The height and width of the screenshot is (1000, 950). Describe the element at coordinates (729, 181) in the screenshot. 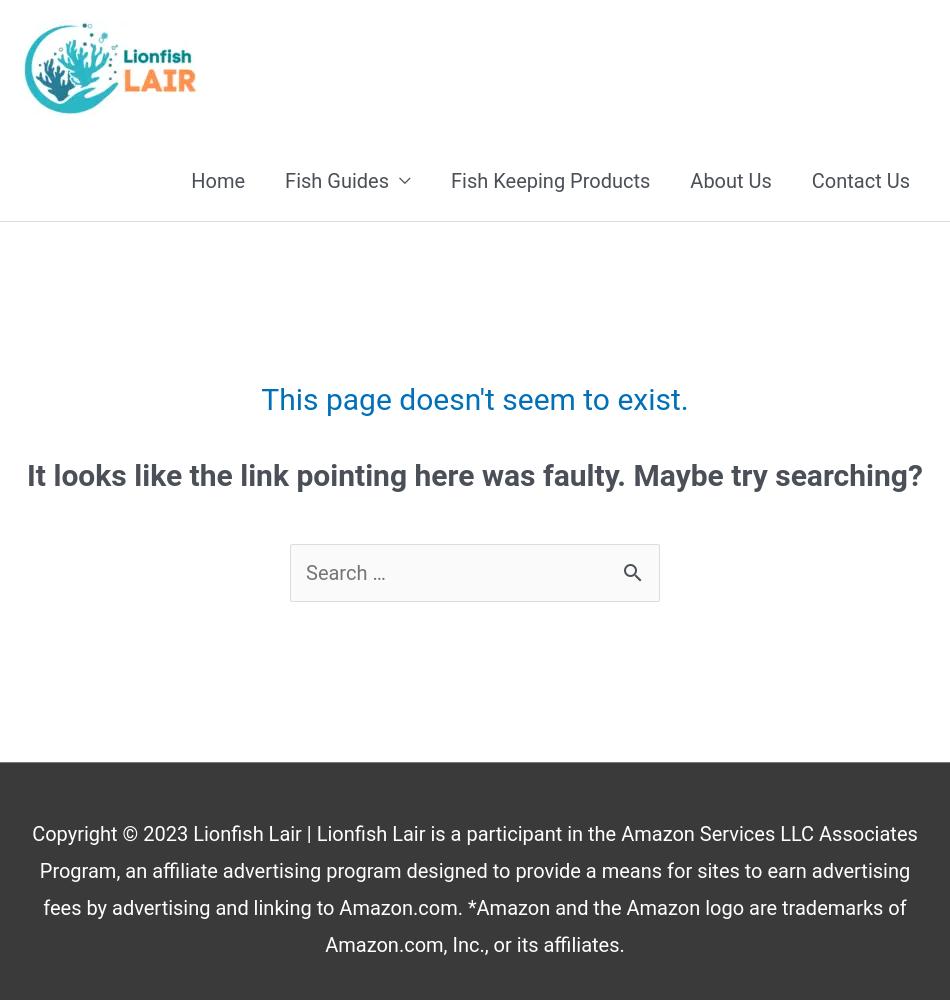

I see `'About Us'` at that location.